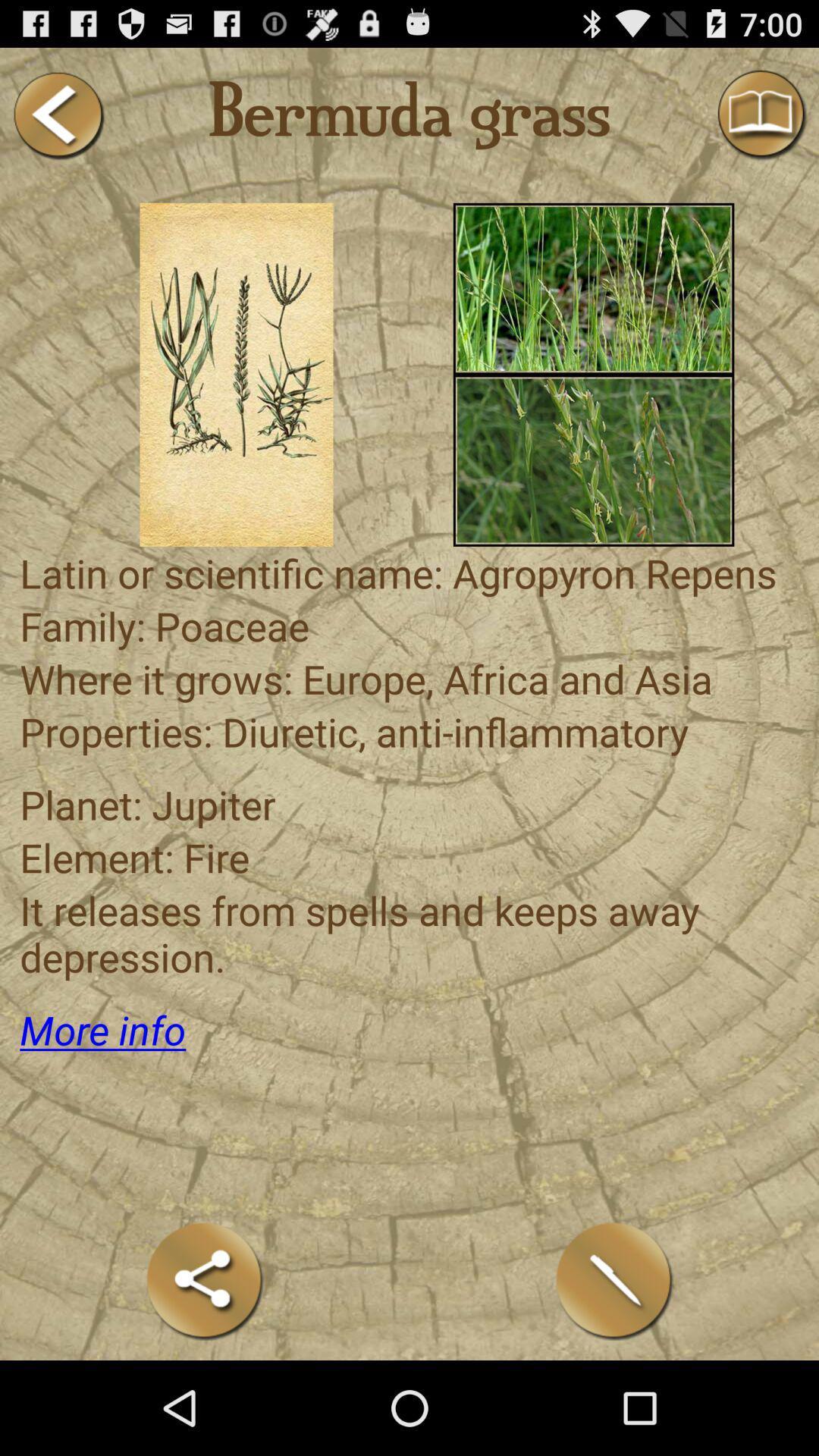 The image size is (819, 1456). Describe the element at coordinates (237, 375) in the screenshot. I see `choose the selection` at that location.